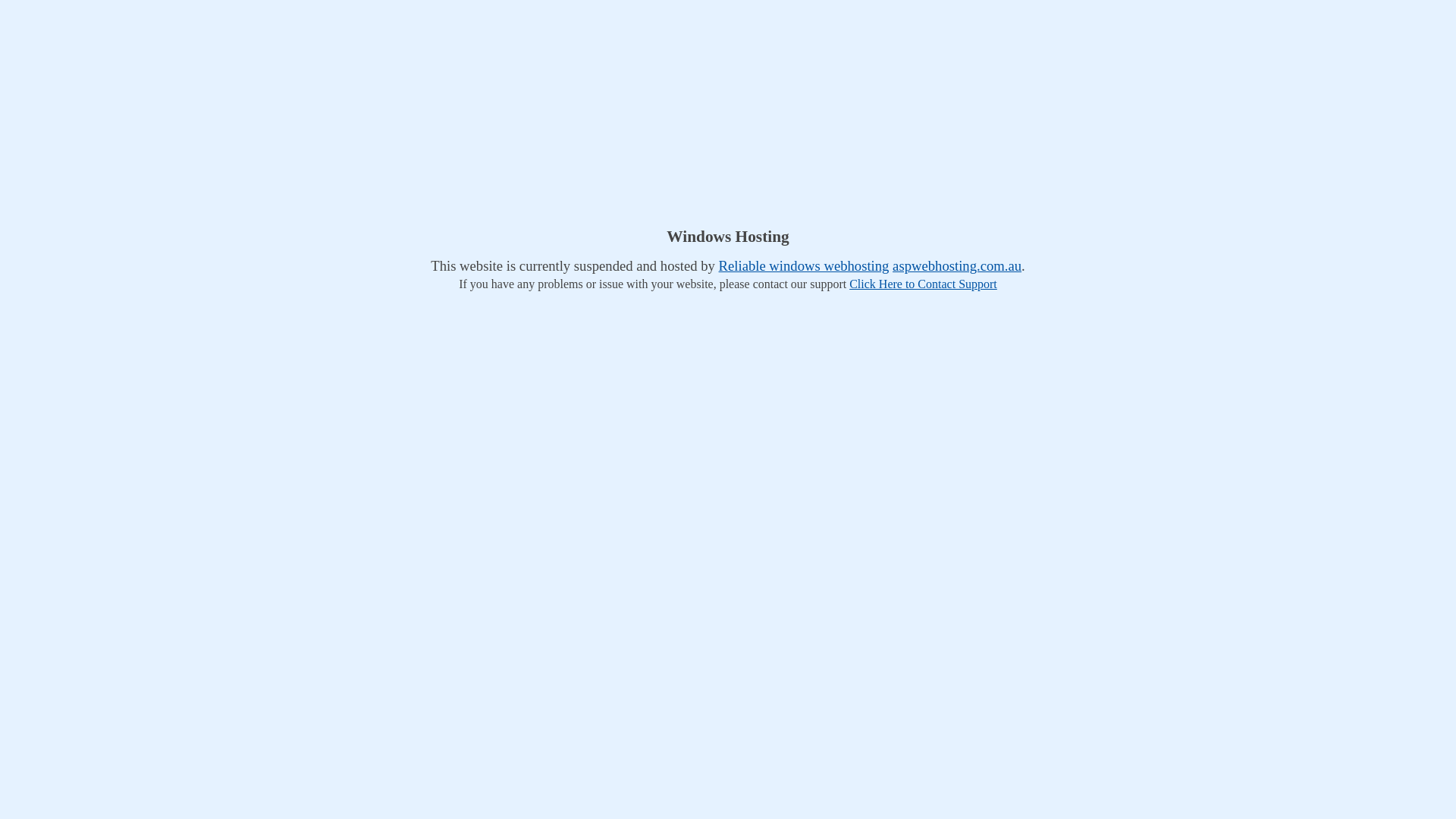 This screenshot has width=1456, height=819. Describe the element at coordinates (922, 284) in the screenshot. I see `'Click Here to Contact Support'` at that location.